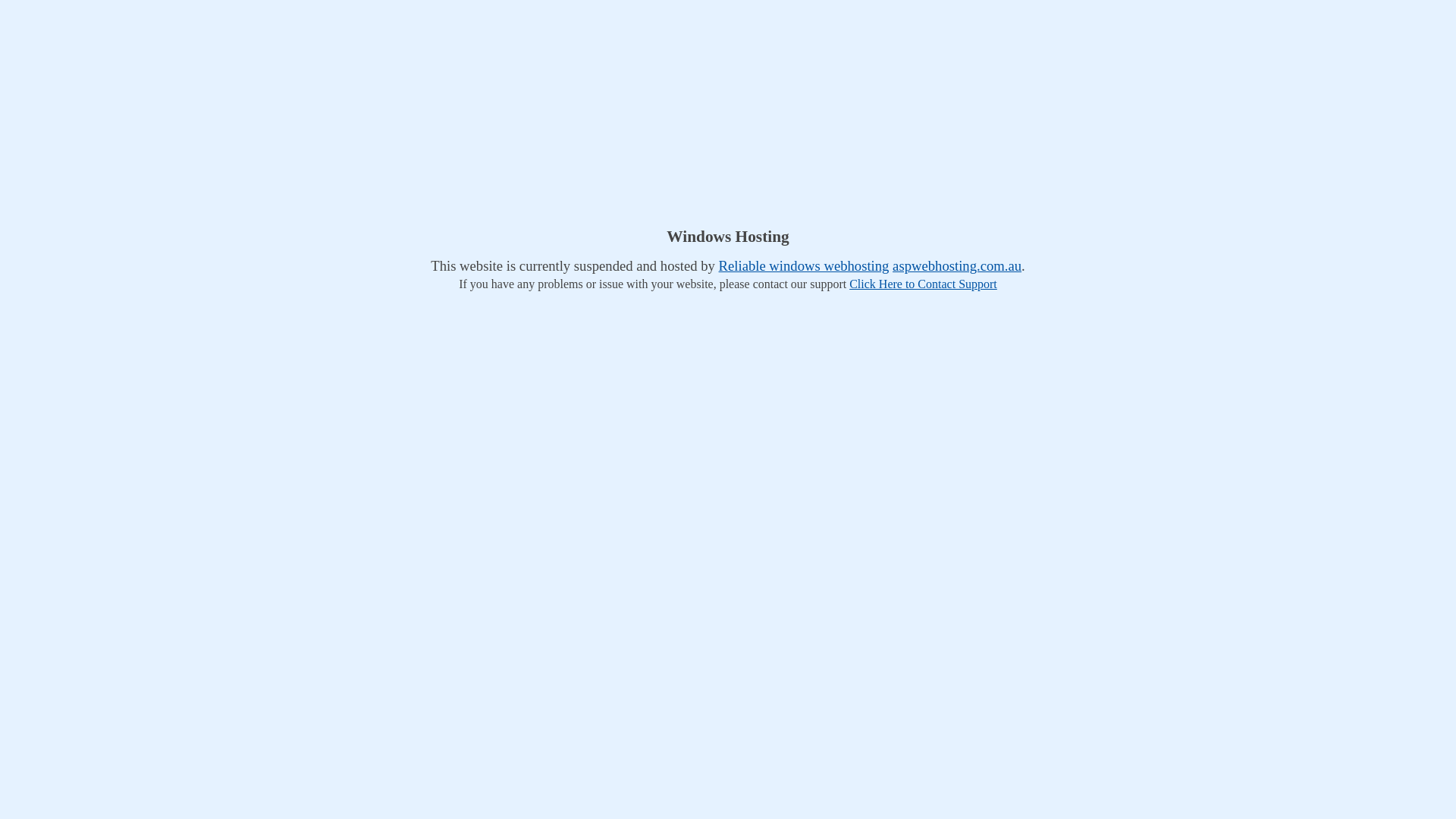 This screenshot has width=1456, height=819. Describe the element at coordinates (922, 284) in the screenshot. I see `'Click Here to Contact Support'` at that location.